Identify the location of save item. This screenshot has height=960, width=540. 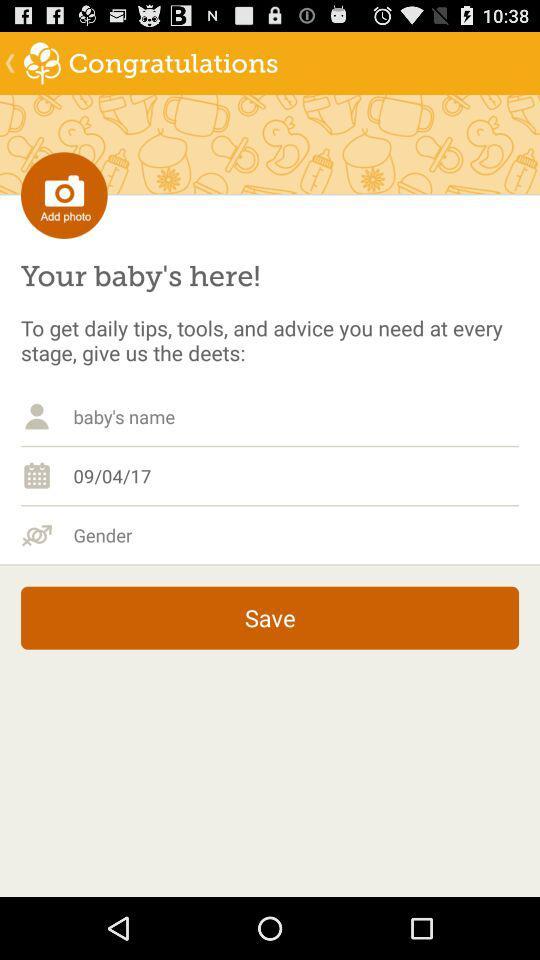
(270, 616).